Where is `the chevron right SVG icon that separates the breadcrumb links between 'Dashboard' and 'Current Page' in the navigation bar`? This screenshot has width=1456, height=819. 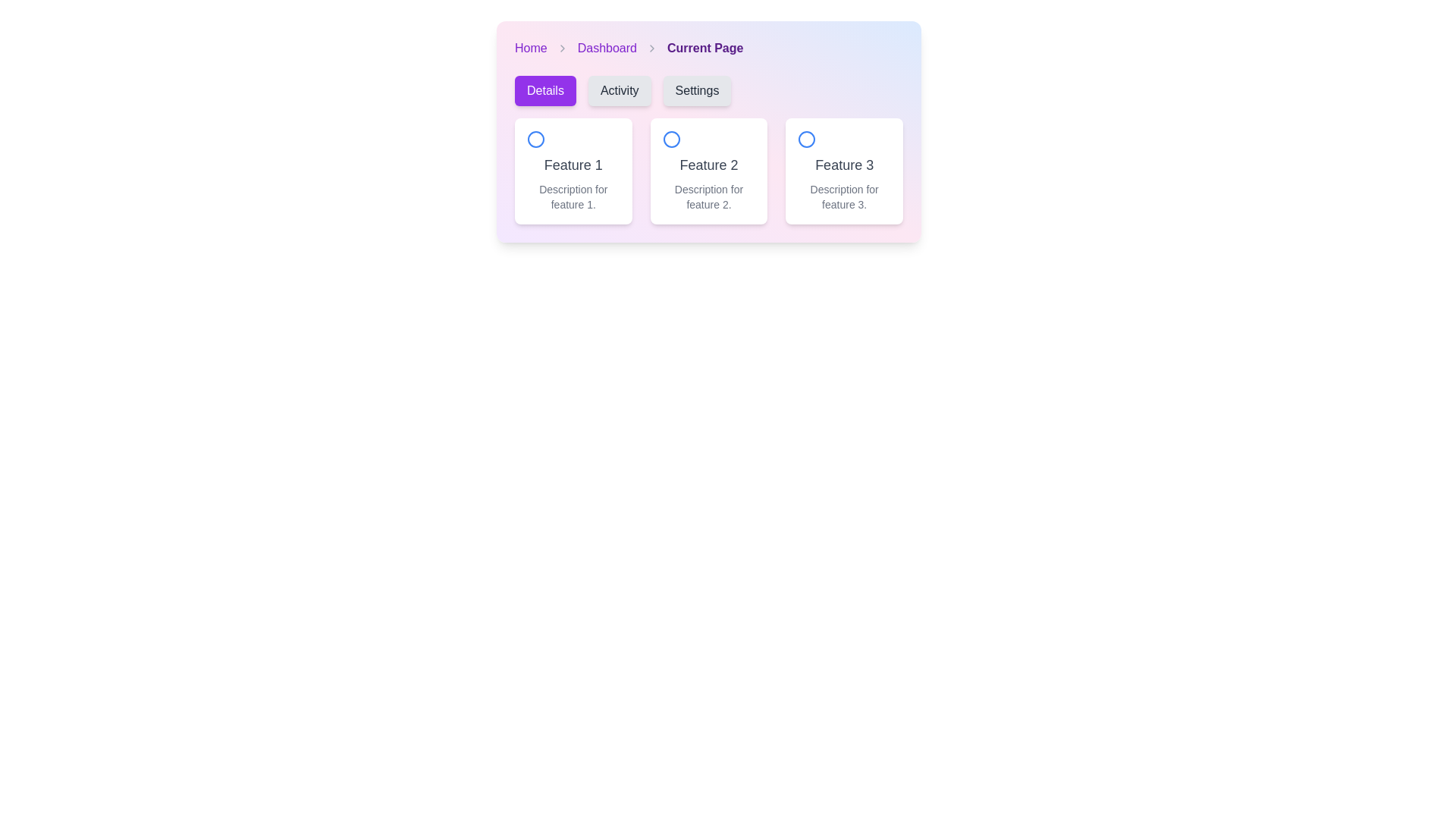 the chevron right SVG icon that separates the breadcrumb links between 'Dashboard' and 'Current Page' in the navigation bar is located at coordinates (651, 48).